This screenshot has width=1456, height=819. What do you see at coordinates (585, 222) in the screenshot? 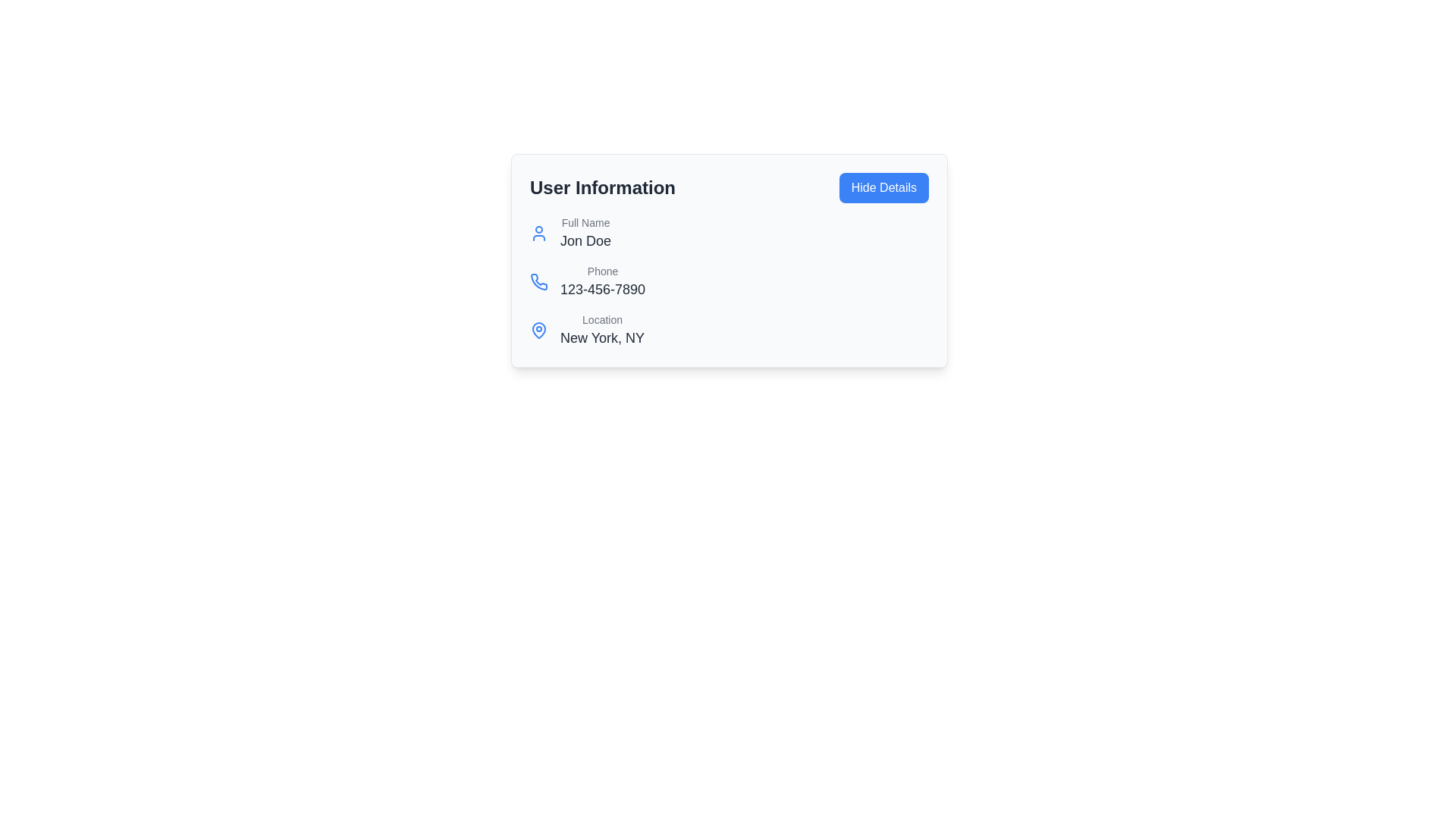
I see `the 'Full Name' text label, which is a smaller, light gray text located at the top-left corner of the user information card, above the name 'Jon Doe'` at bounding box center [585, 222].